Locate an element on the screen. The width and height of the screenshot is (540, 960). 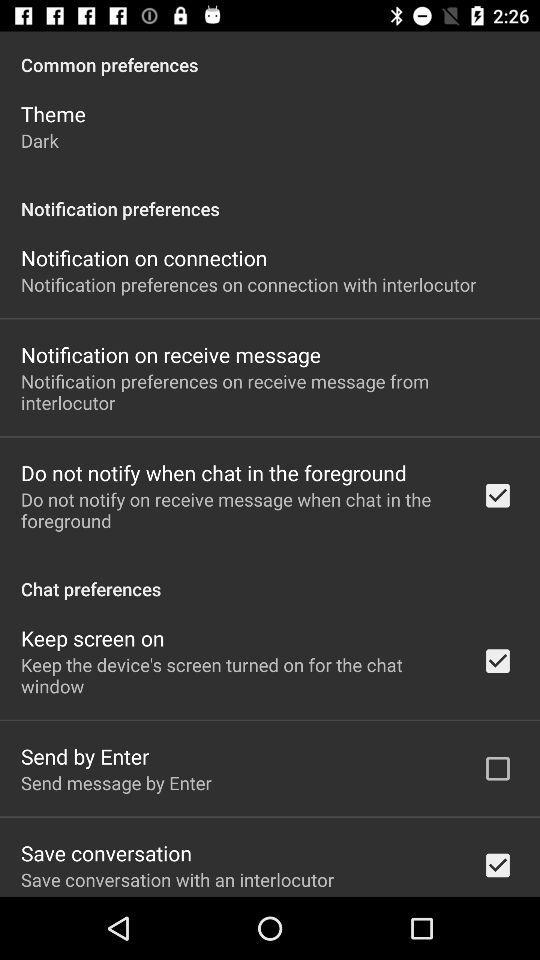
chat preferences item is located at coordinates (270, 578).